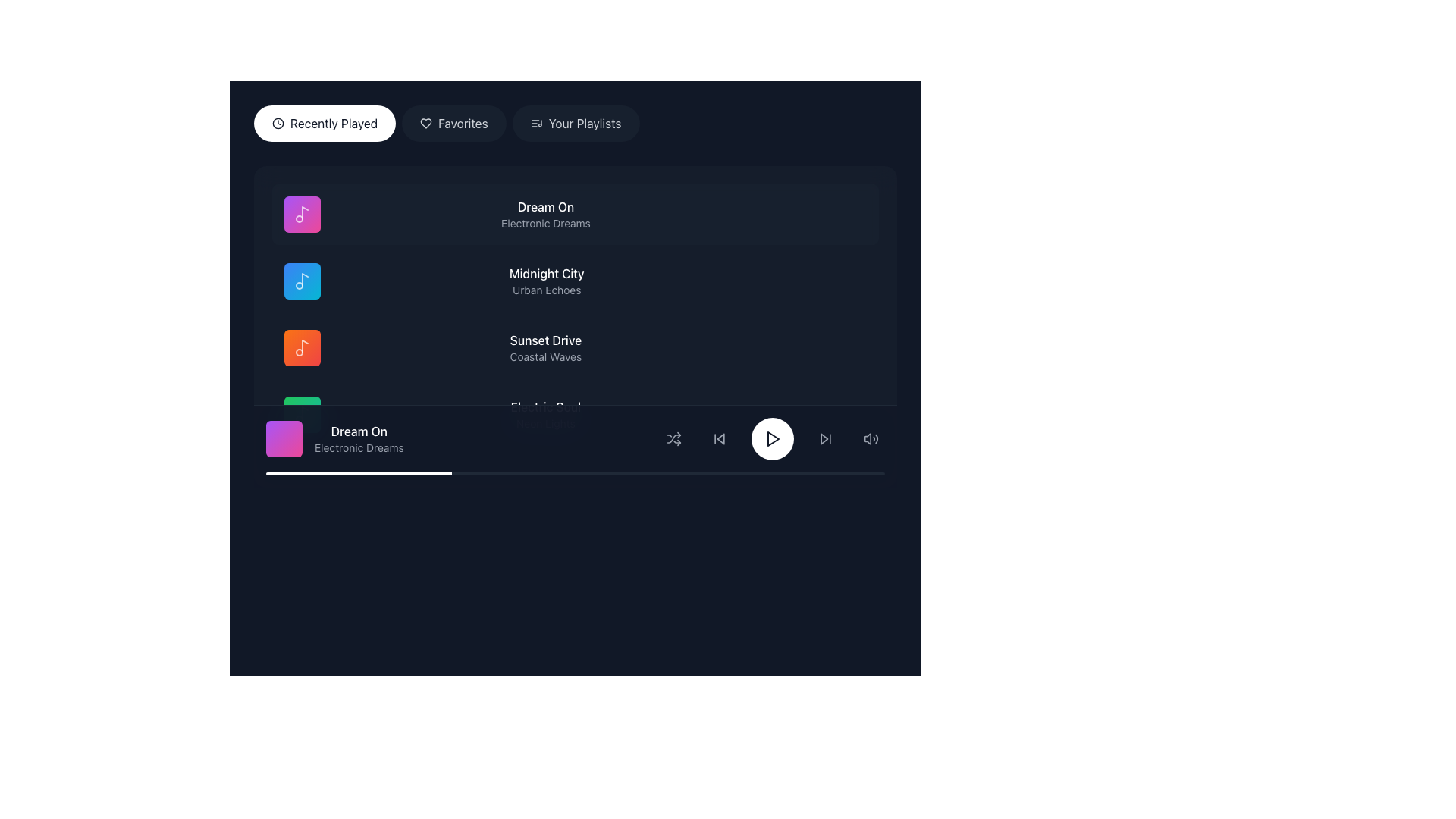 The width and height of the screenshot is (1456, 819). Describe the element at coordinates (302, 281) in the screenshot. I see `the music icon representing the song 'Midnight City' located in the second position under 'Recently Played'` at that location.